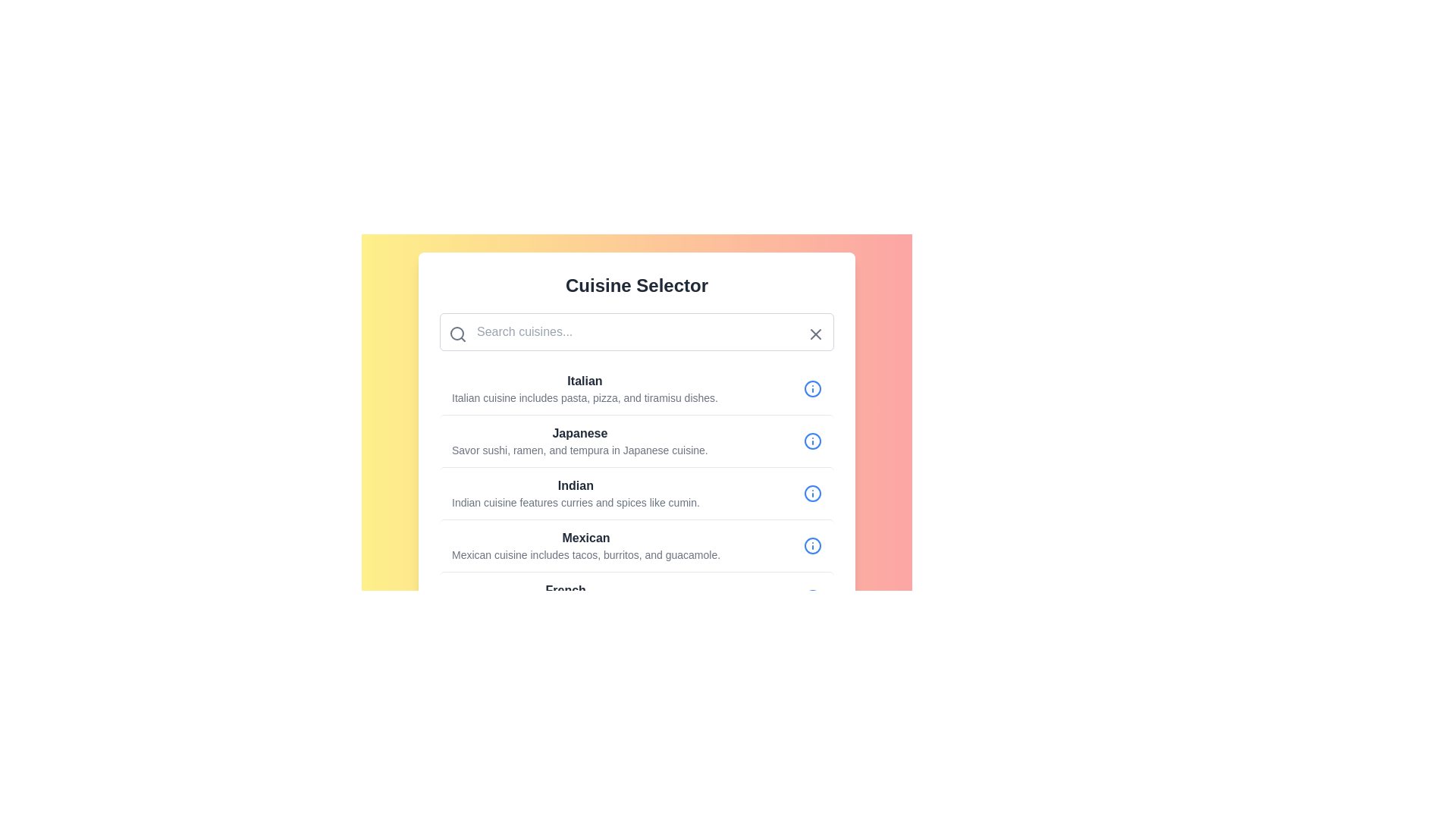  Describe the element at coordinates (811, 441) in the screenshot. I see `the primary circular SVG element that serves as a visual anchor for the information icon, located to the right of the text 'Savor sushi, ramen, and tempura in Japanese cuisine' in the list entry for 'Japanese' cuisine` at that location.